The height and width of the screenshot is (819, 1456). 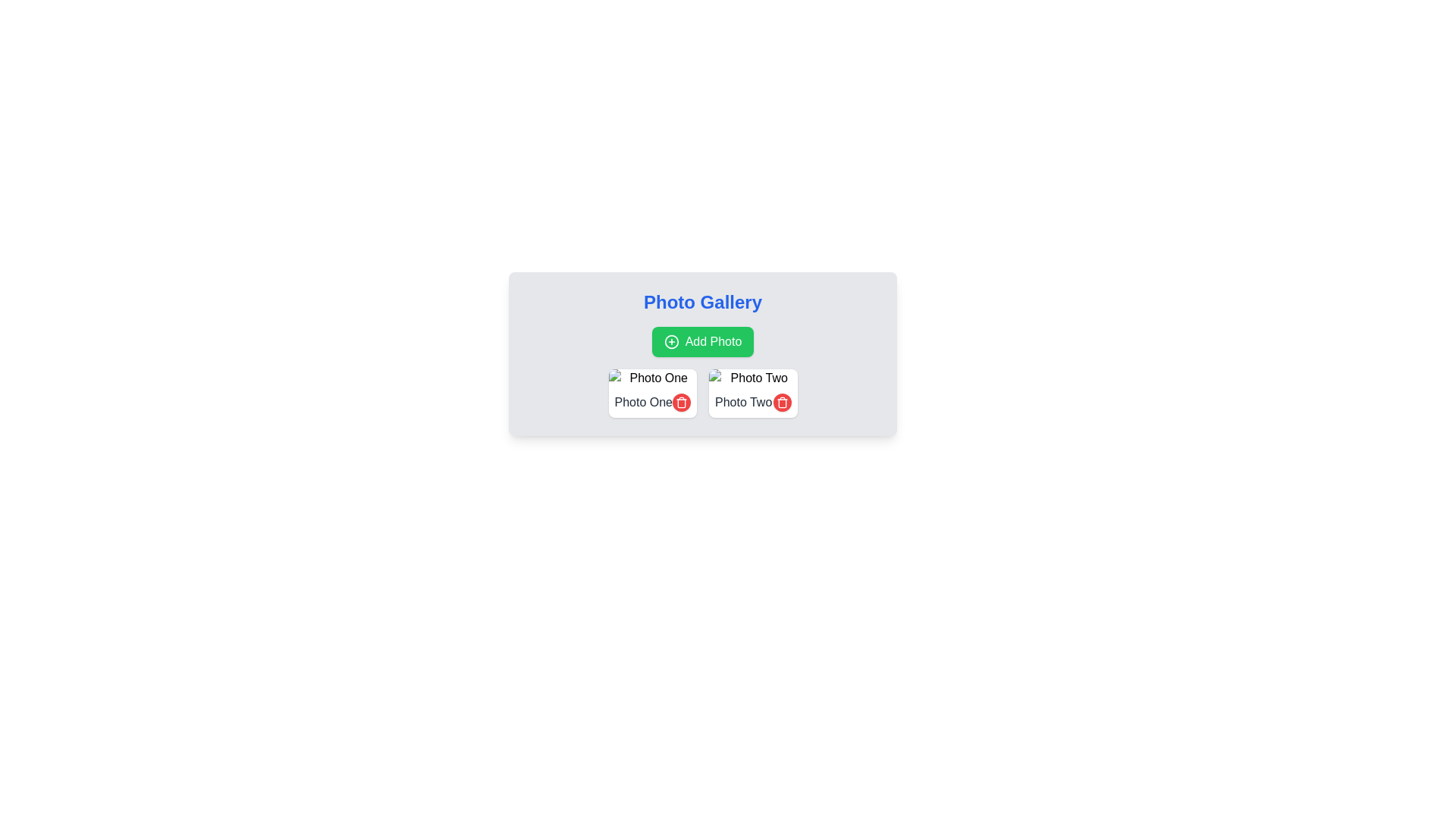 I want to click on the delete button located in the bottom-right corner of the card labeled 'Photo Two', so click(x=782, y=402).